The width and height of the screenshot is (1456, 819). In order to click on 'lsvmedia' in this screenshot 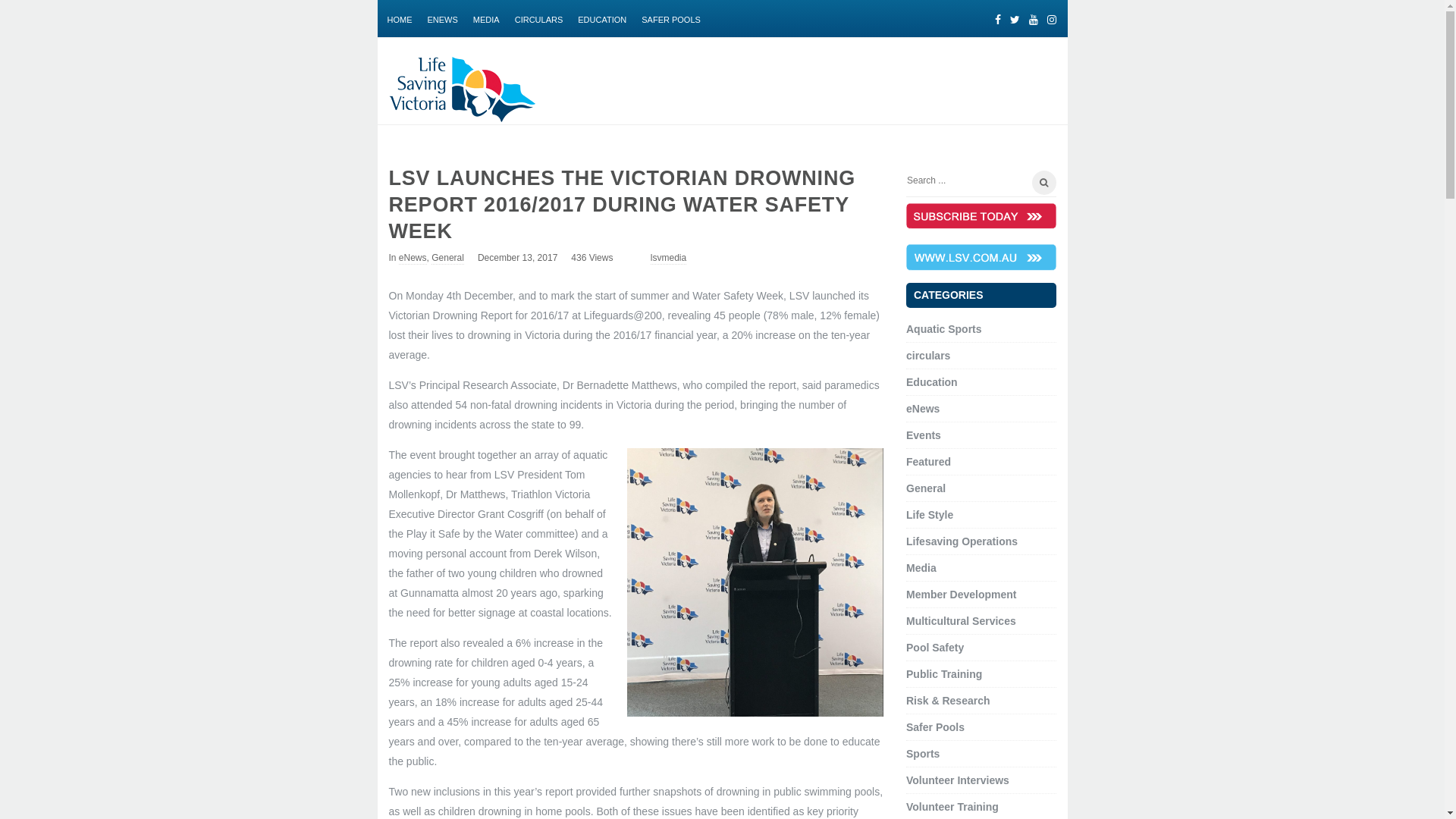, I will do `click(651, 257)`.